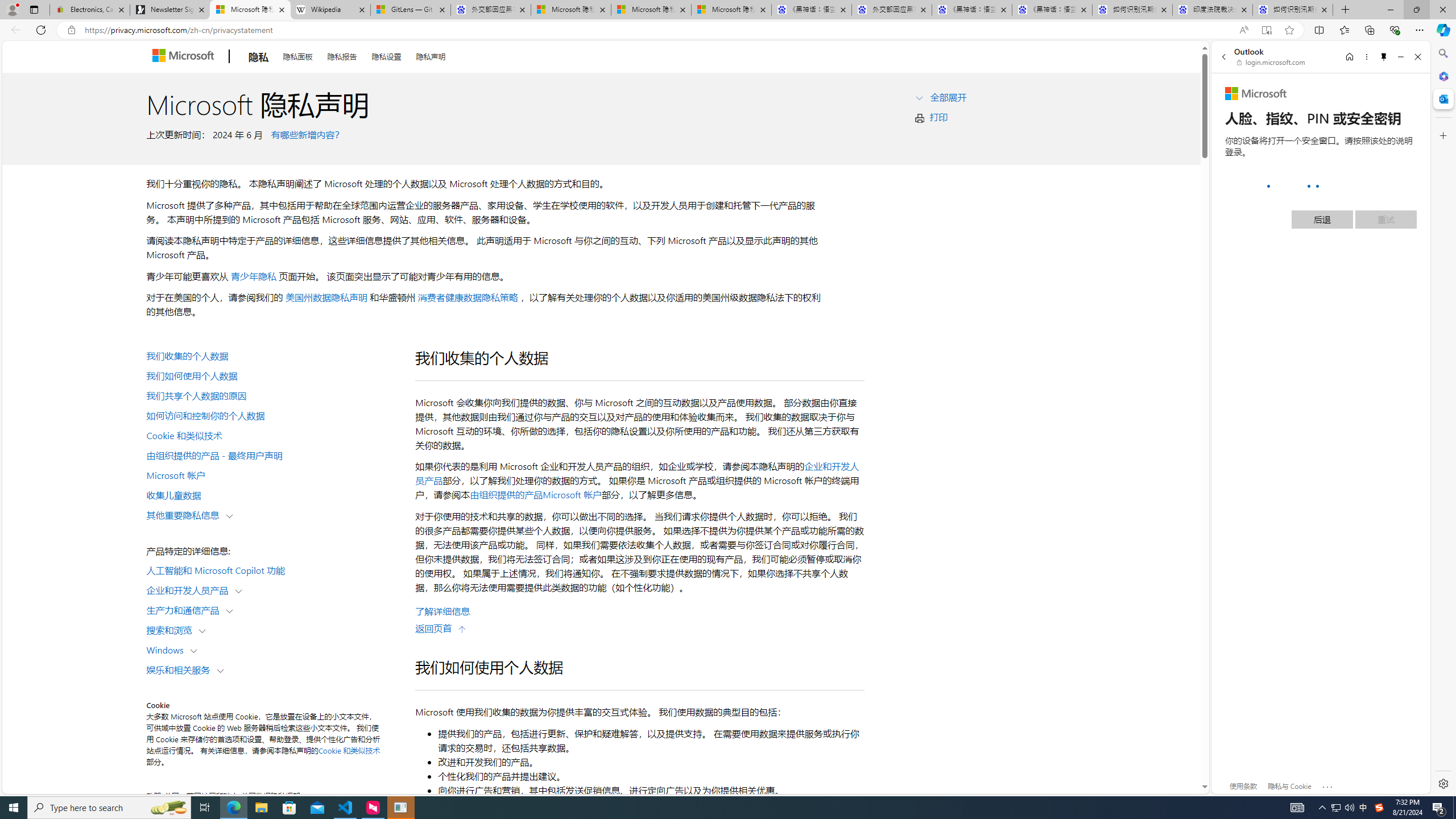  Describe the element at coordinates (167, 649) in the screenshot. I see `'Windows'` at that location.